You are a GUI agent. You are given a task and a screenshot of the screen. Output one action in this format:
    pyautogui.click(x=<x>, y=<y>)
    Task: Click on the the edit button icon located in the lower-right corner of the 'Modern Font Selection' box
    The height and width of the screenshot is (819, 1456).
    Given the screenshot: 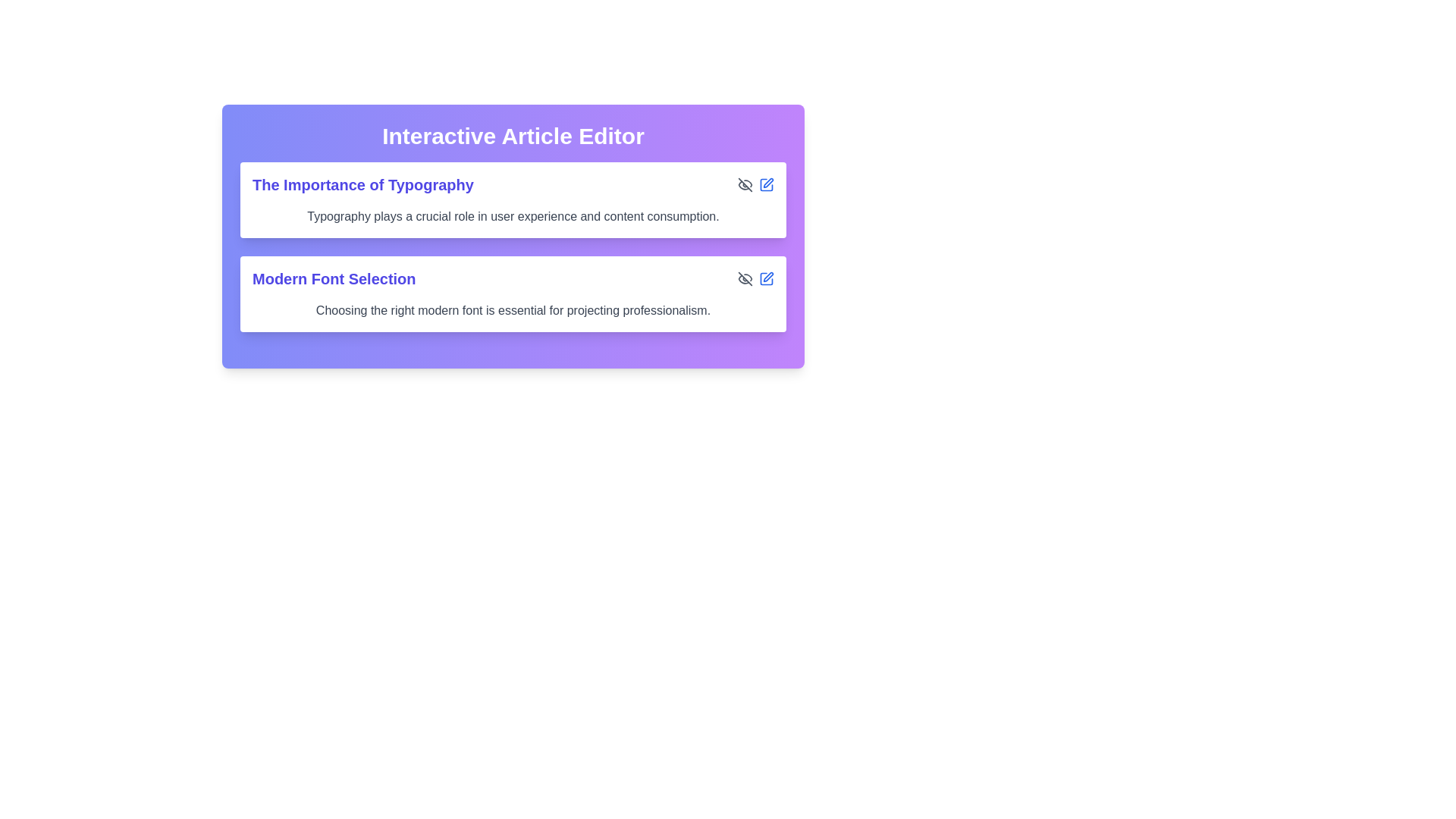 What is the action you would take?
    pyautogui.click(x=767, y=278)
    